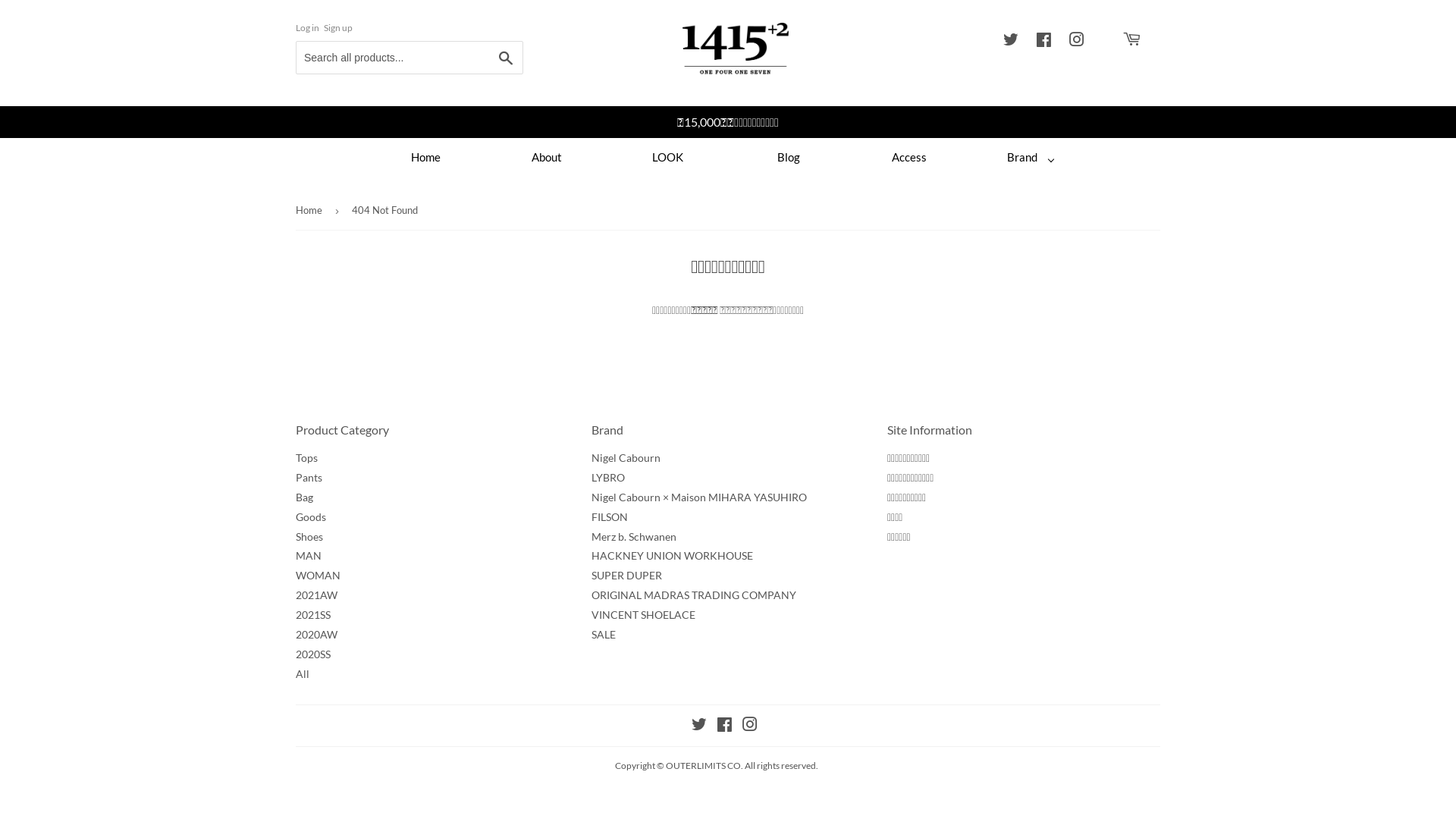 The height and width of the screenshot is (819, 1456). What do you see at coordinates (1011, 40) in the screenshot?
I see `'Twitter'` at bounding box center [1011, 40].